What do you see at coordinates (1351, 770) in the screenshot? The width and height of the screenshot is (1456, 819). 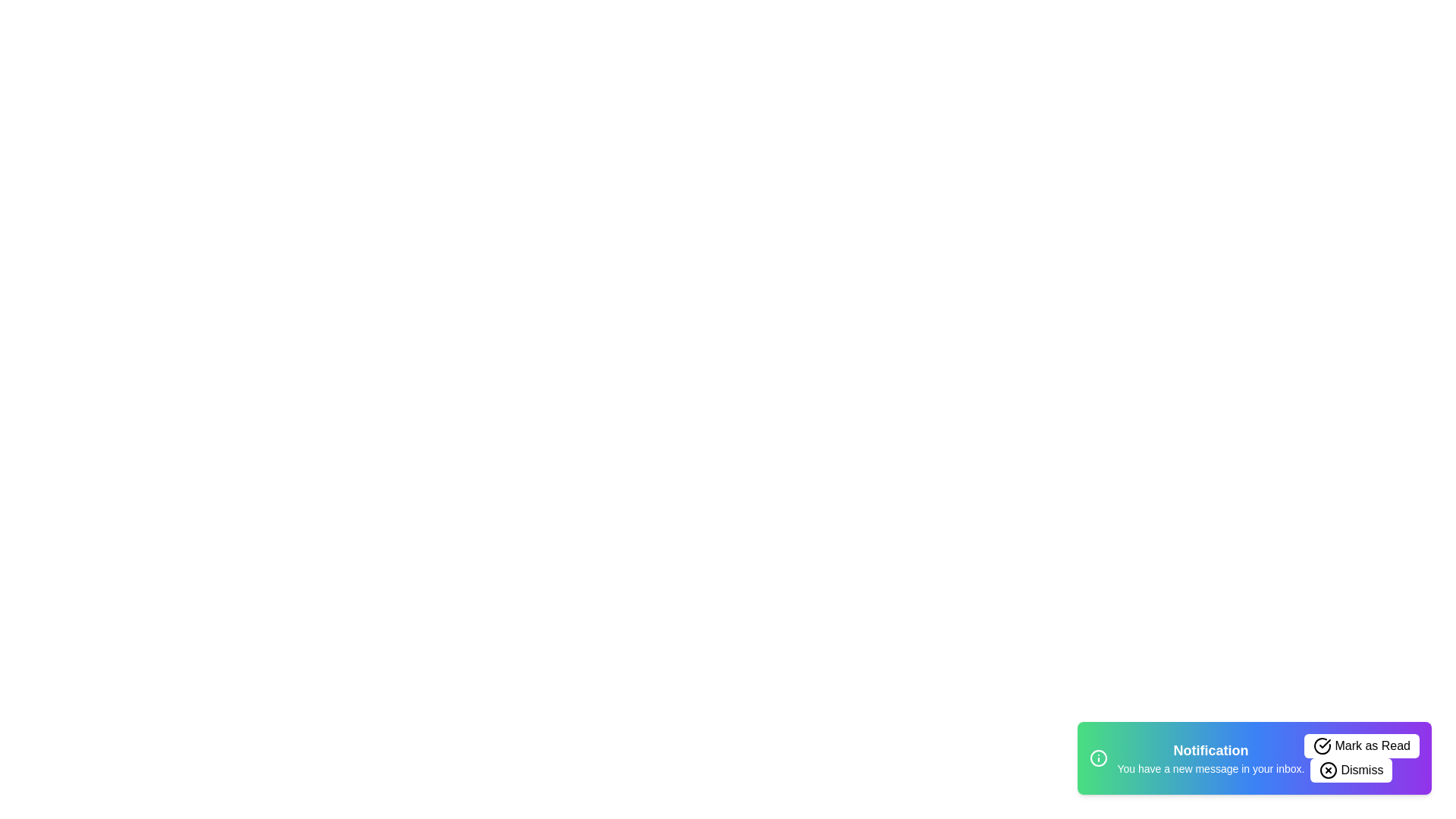 I see `the button labeled 'Dismiss' to observe its hover effect` at bounding box center [1351, 770].